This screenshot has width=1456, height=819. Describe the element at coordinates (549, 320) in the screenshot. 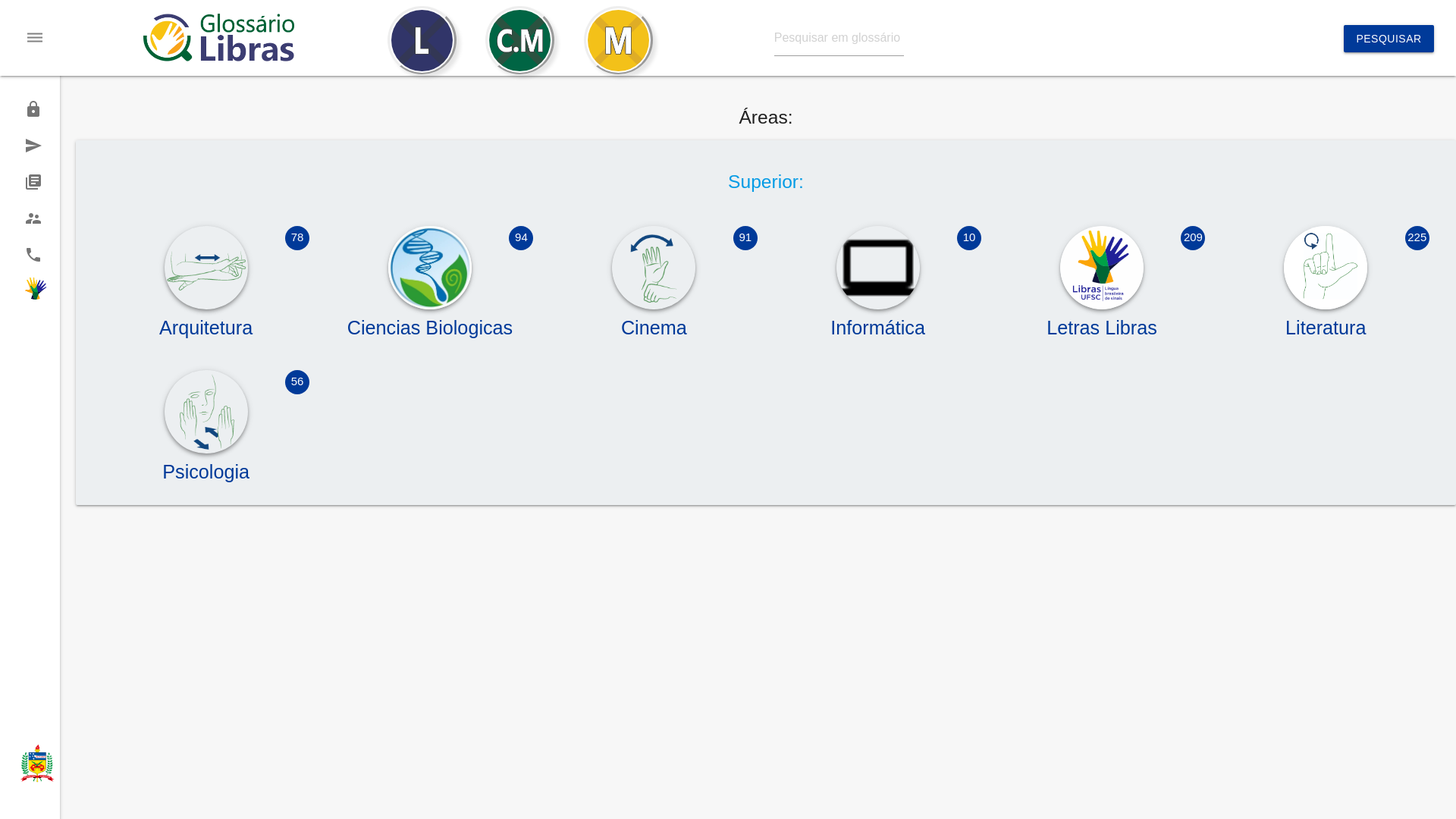

I see `'91` at that location.